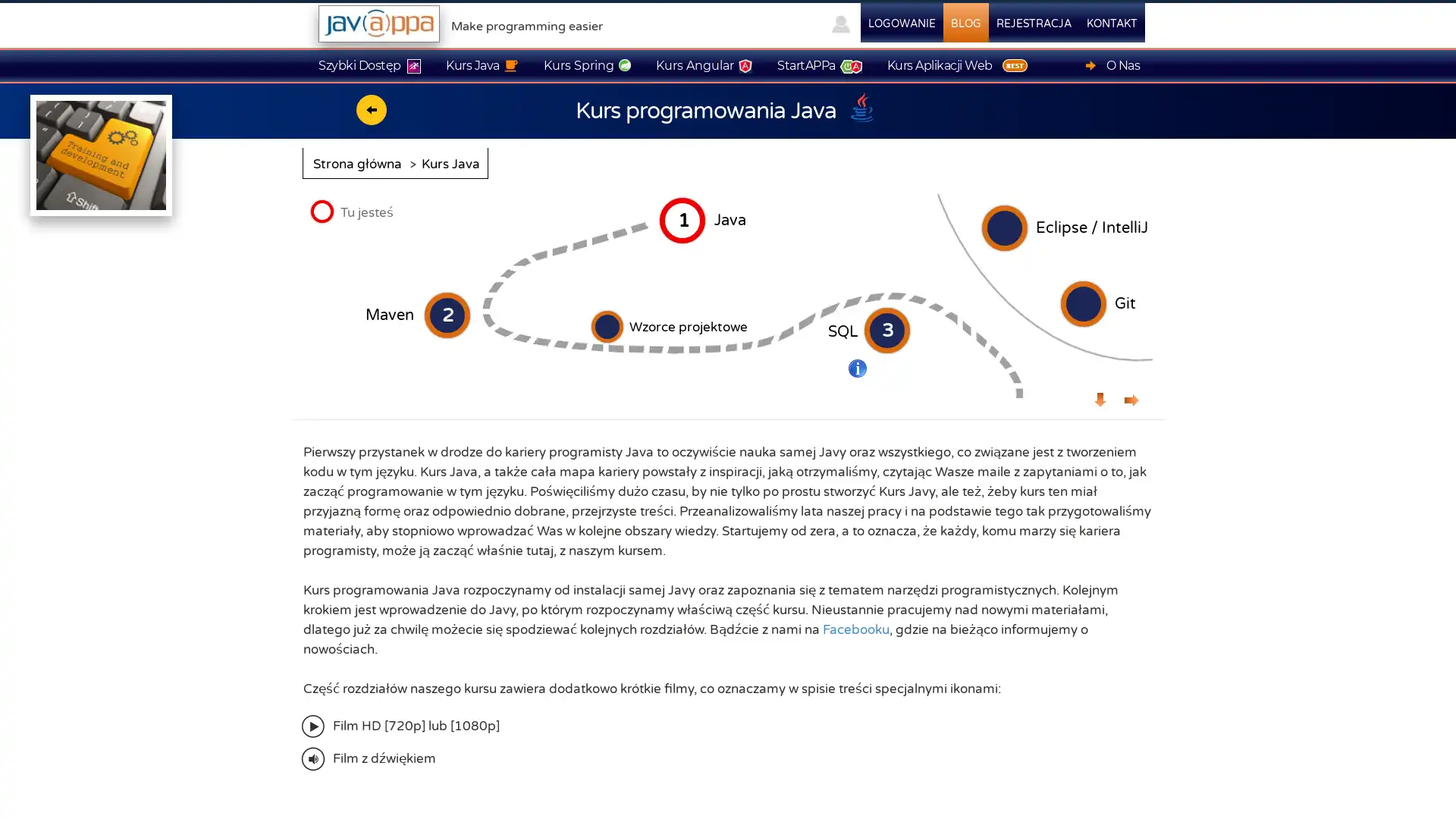 The image size is (1456, 819). What do you see at coordinates (1085, 227) in the screenshot?
I see `Eclipse / IntelliJ` at bounding box center [1085, 227].